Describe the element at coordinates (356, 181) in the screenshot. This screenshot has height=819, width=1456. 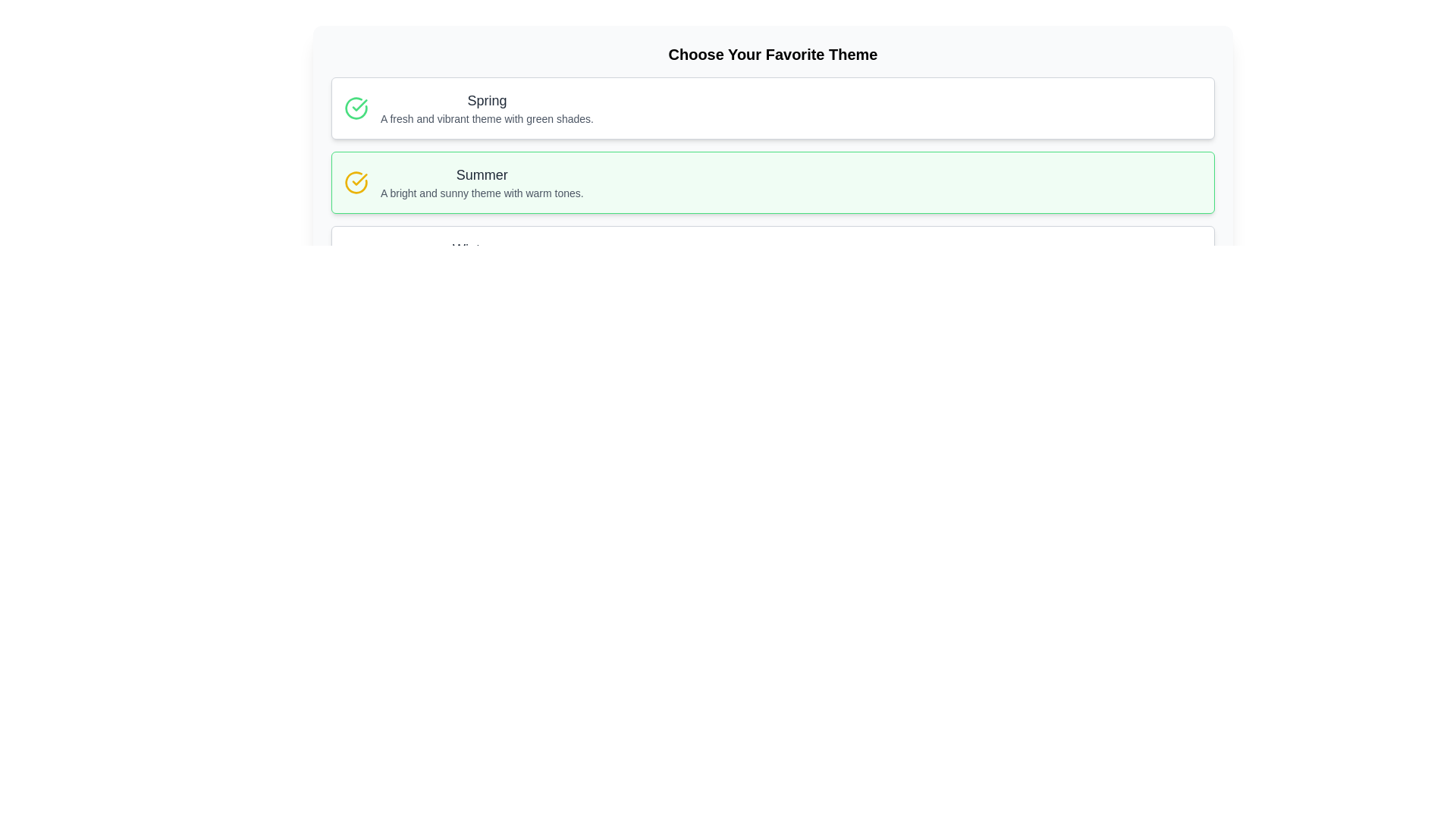
I see `the upper semicircle of the checked icon indicating that the 'Summer' option is selected within the theme selection interface for additional information or effects` at that location.